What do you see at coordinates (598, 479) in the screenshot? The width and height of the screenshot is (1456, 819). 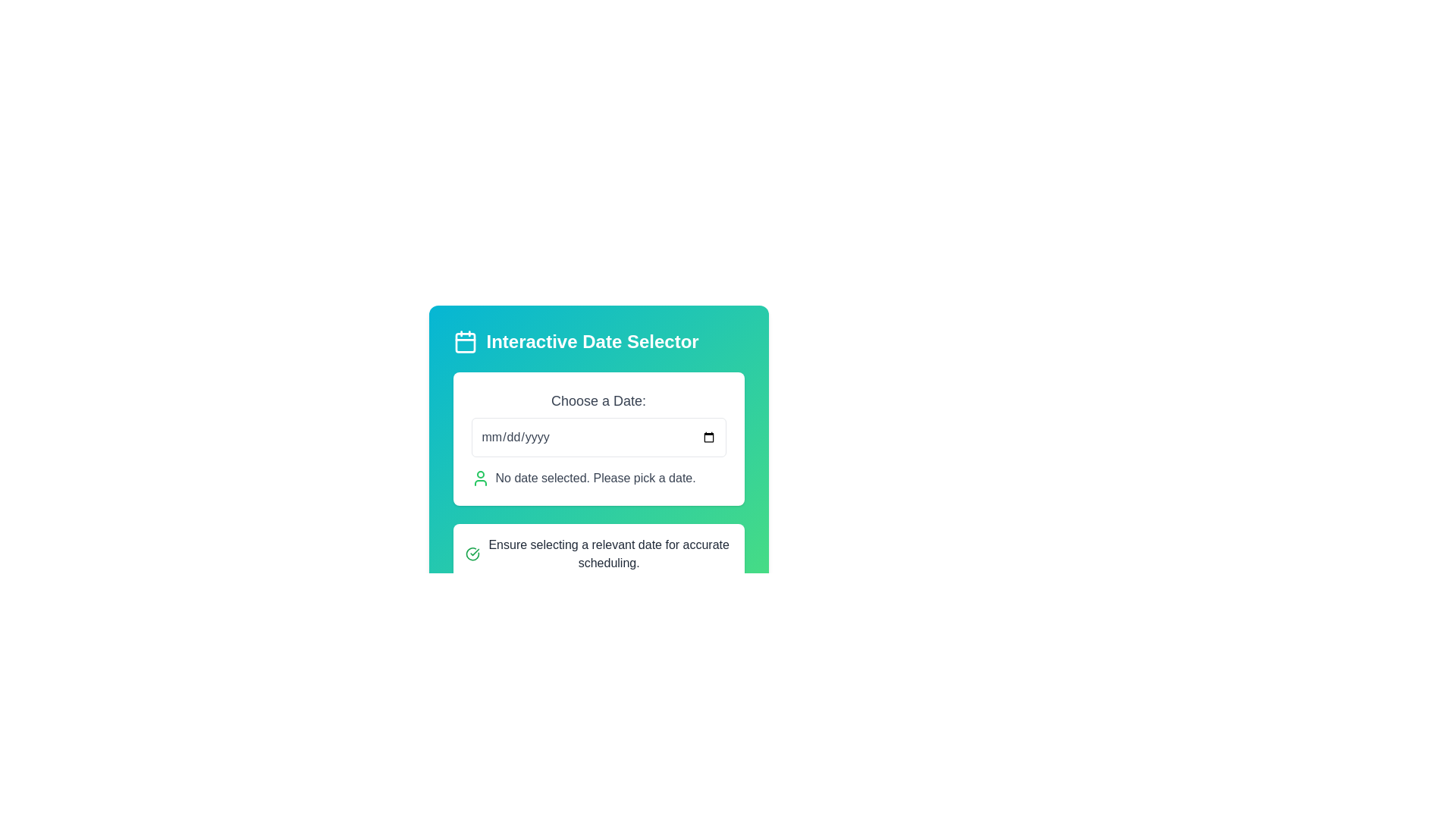 I see `the text block that states 'No date selected. Please pick a date.' which is styled with green text and has a user icon to its left` at bounding box center [598, 479].